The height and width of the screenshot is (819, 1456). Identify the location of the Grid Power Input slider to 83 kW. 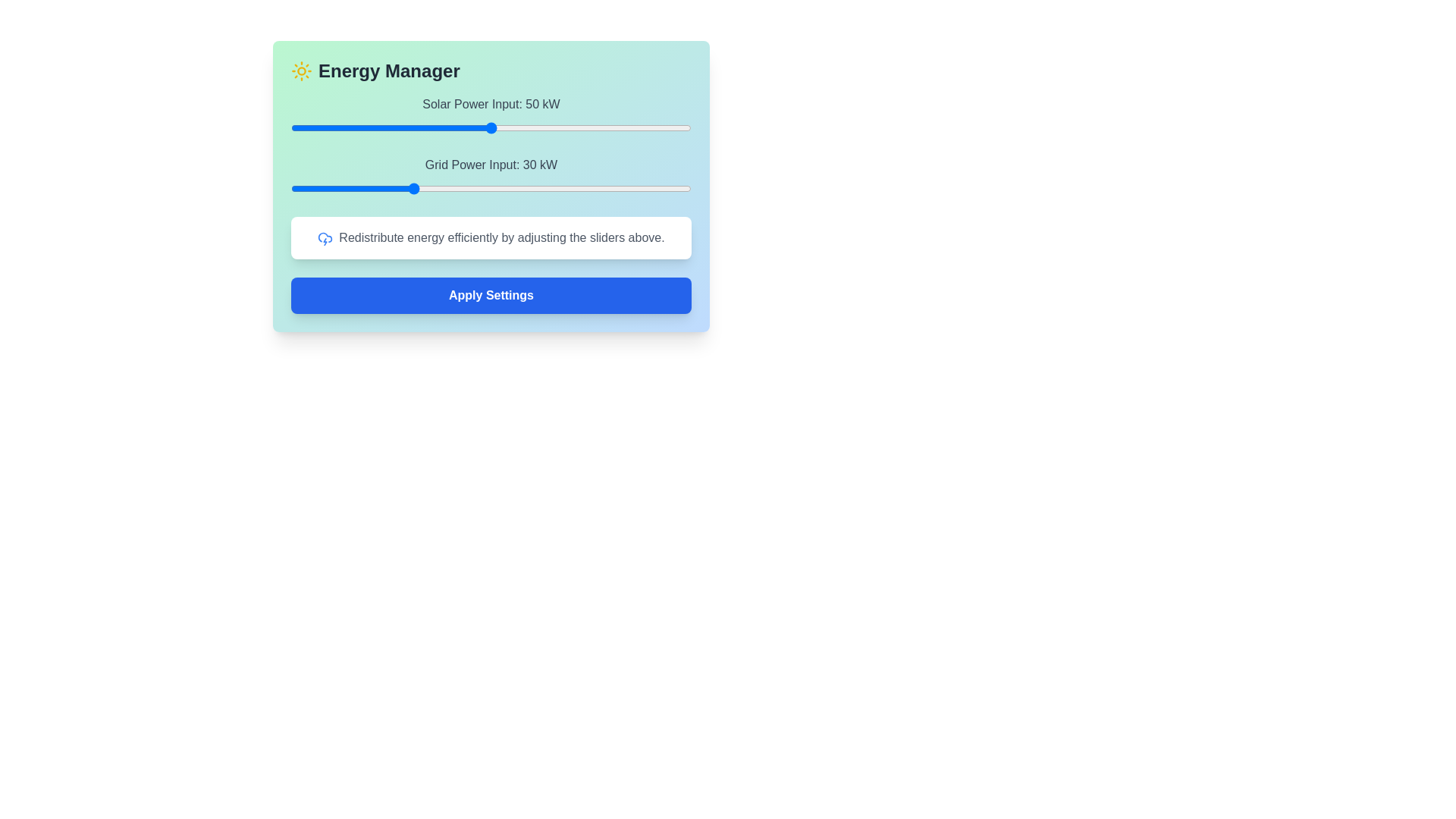
(623, 188).